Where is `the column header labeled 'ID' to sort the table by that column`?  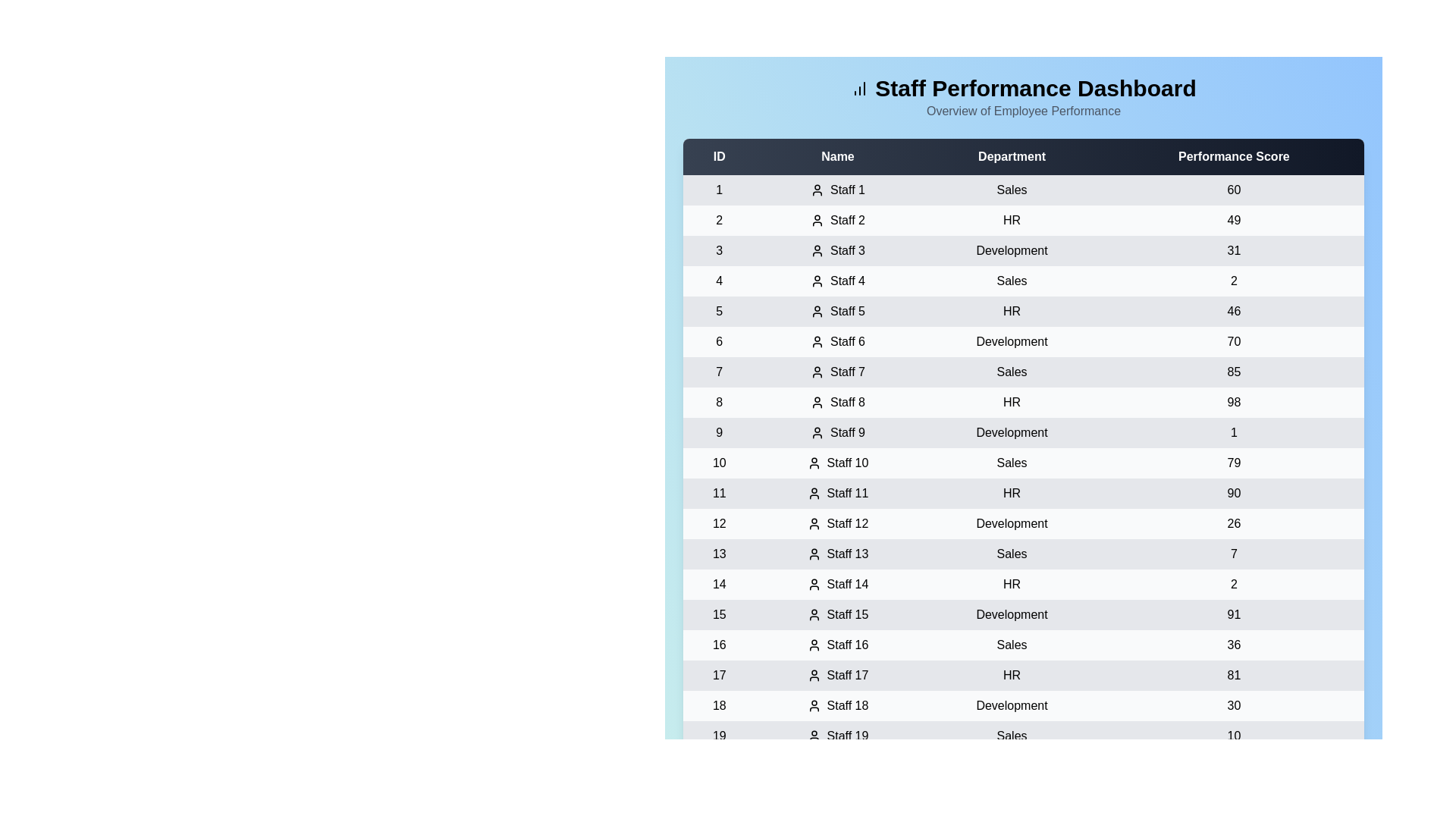
the column header labeled 'ID' to sort the table by that column is located at coordinates (718, 157).